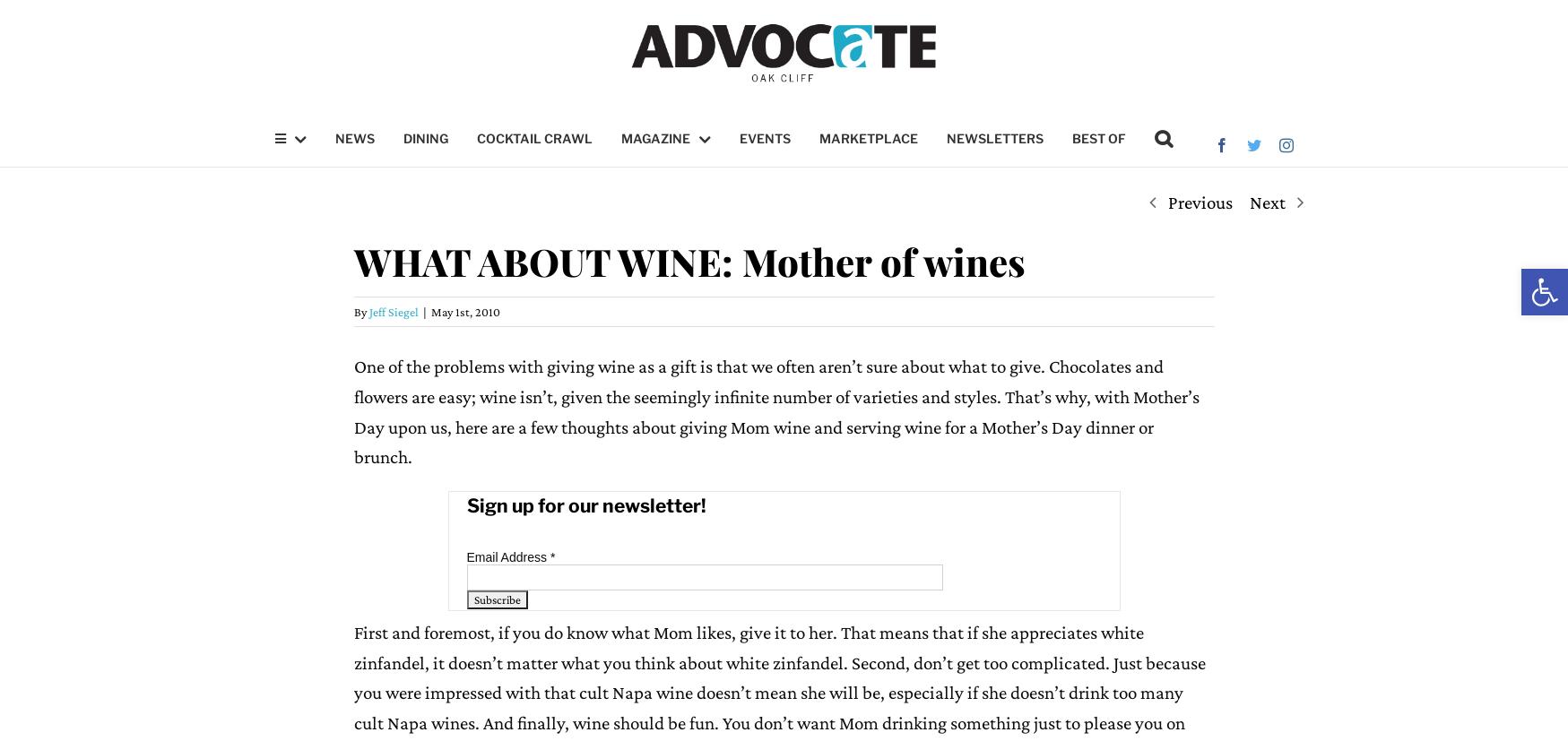 This screenshot has width=1568, height=741. Describe the element at coordinates (682, 237) in the screenshot. I see `'Digital Edition'` at that location.